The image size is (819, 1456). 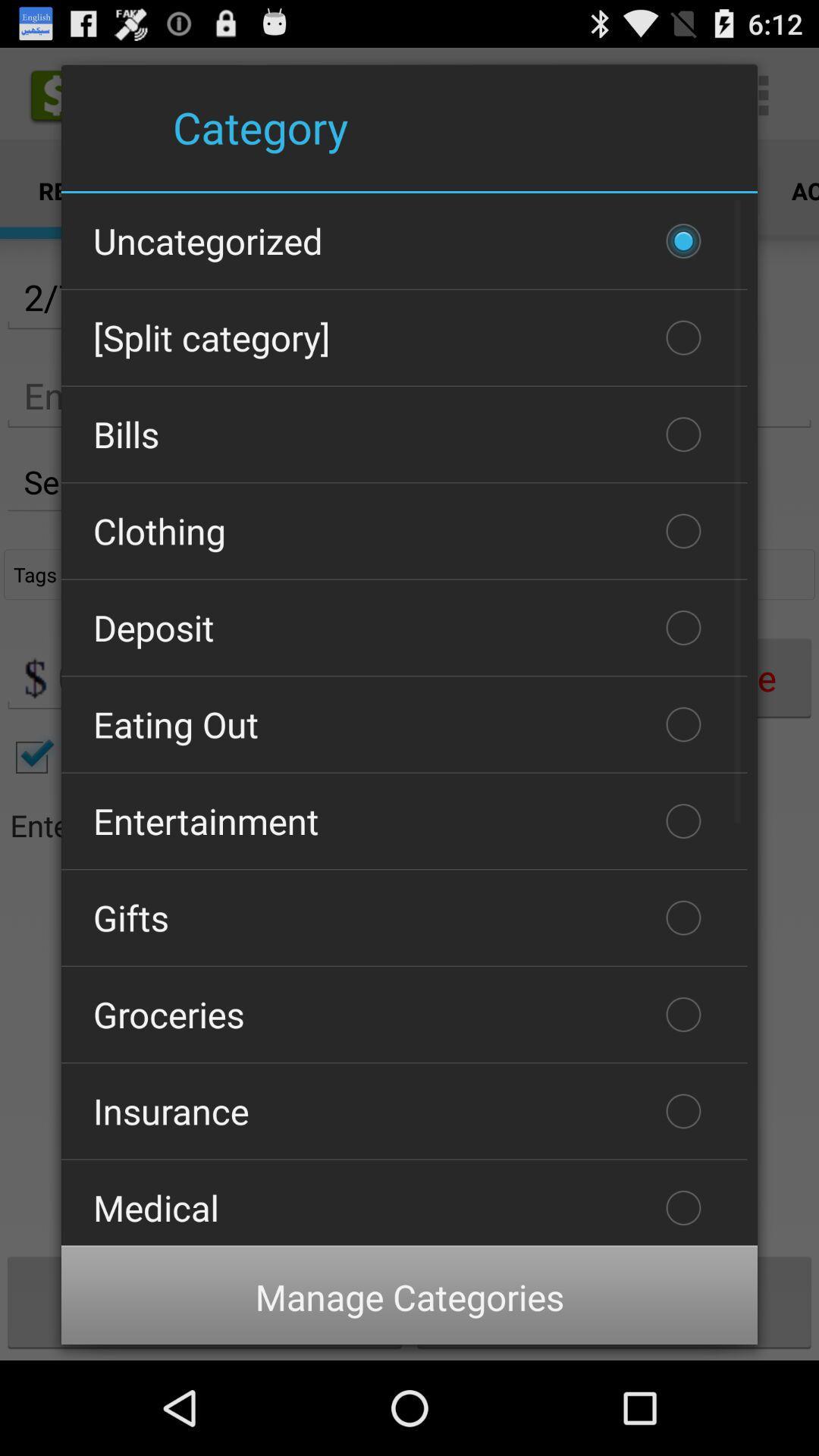 I want to click on manage categories button, so click(x=409, y=1296).